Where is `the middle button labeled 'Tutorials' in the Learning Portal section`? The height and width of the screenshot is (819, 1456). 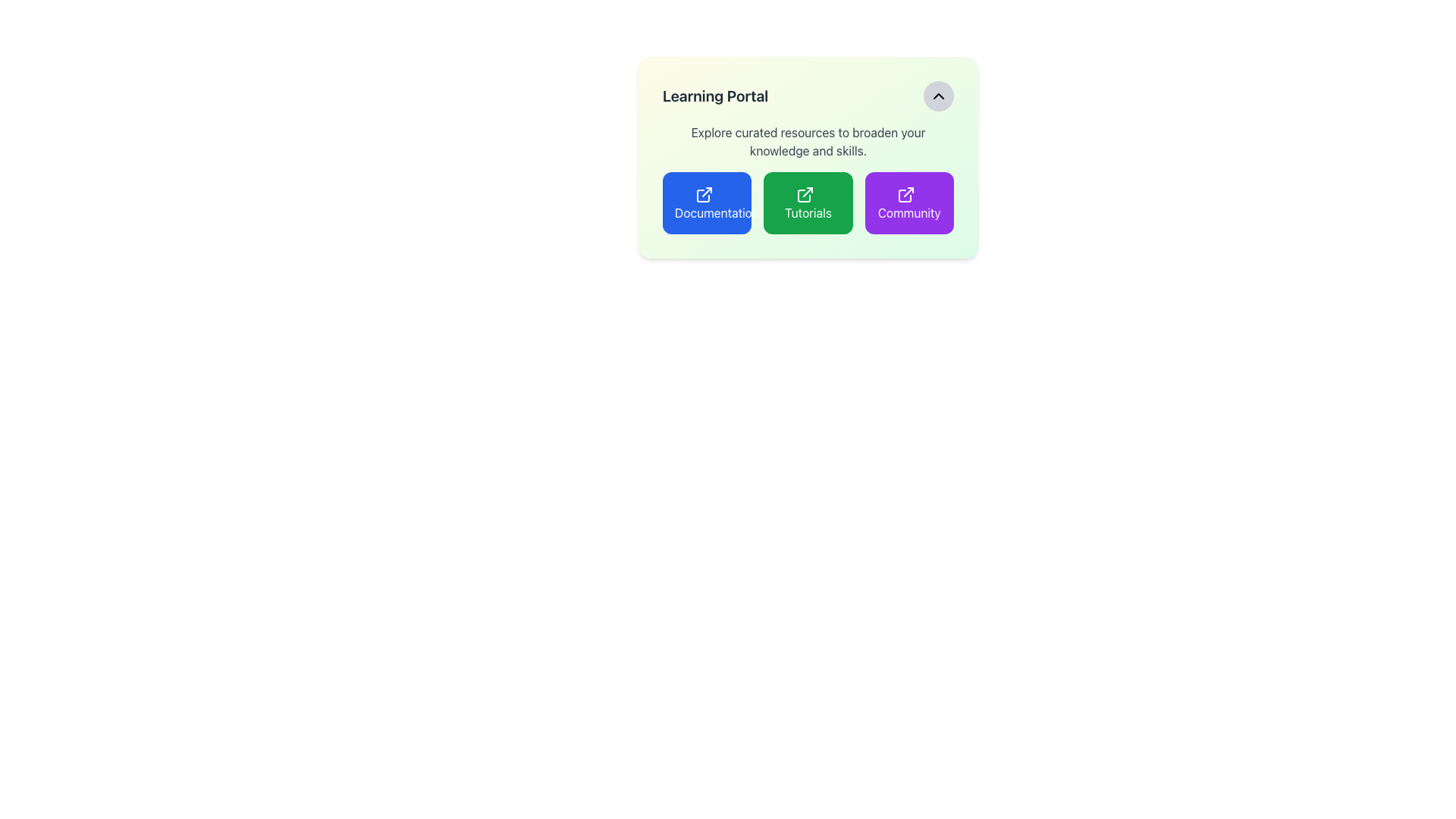 the middle button labeled 'Tutorials' in the Learning Portal section is located at coordinates (807, 202).